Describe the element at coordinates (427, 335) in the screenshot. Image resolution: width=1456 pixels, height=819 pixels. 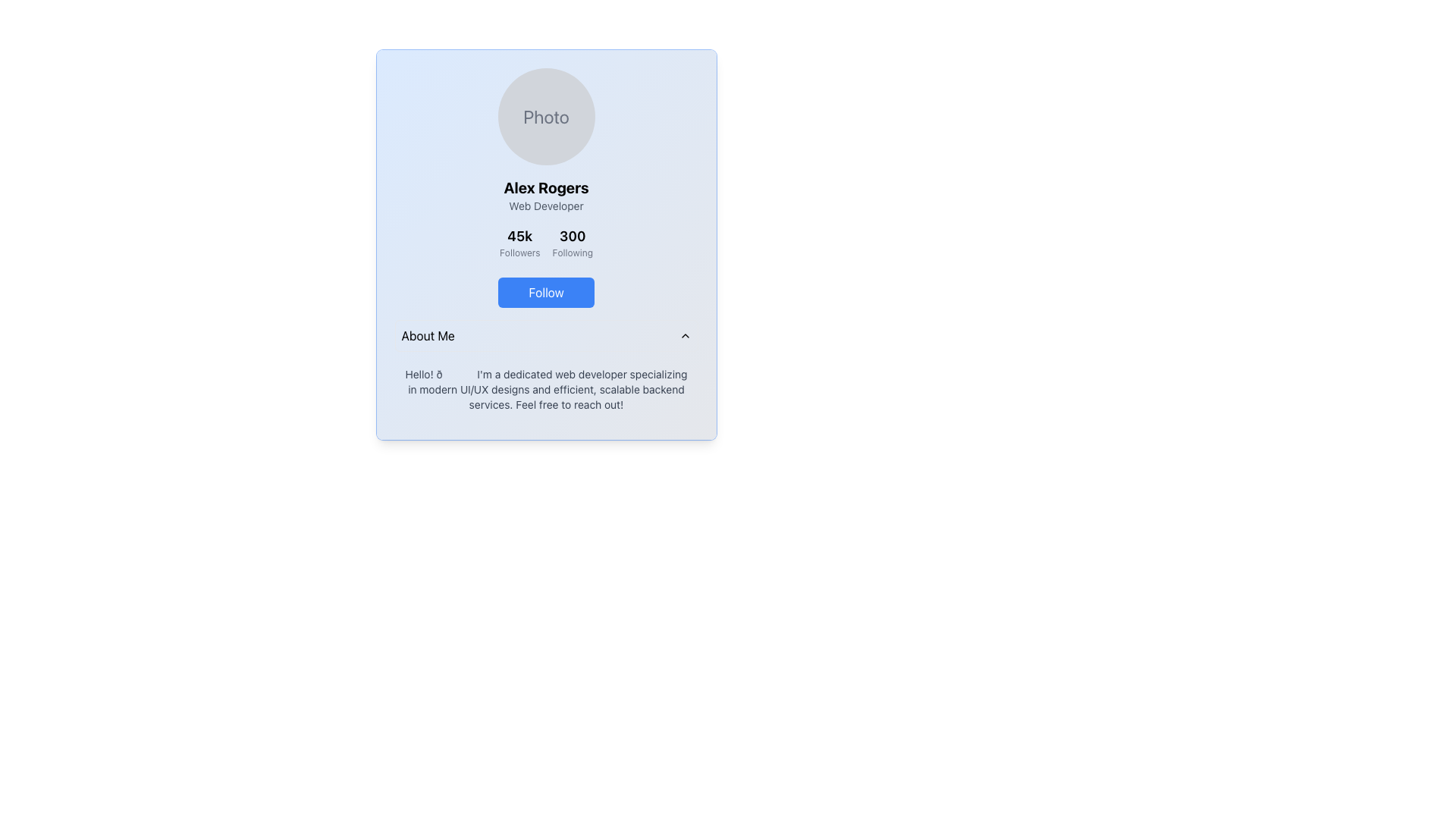
I see `the 'About Me' text label located in the bottom-left section of the profile card` at that location.